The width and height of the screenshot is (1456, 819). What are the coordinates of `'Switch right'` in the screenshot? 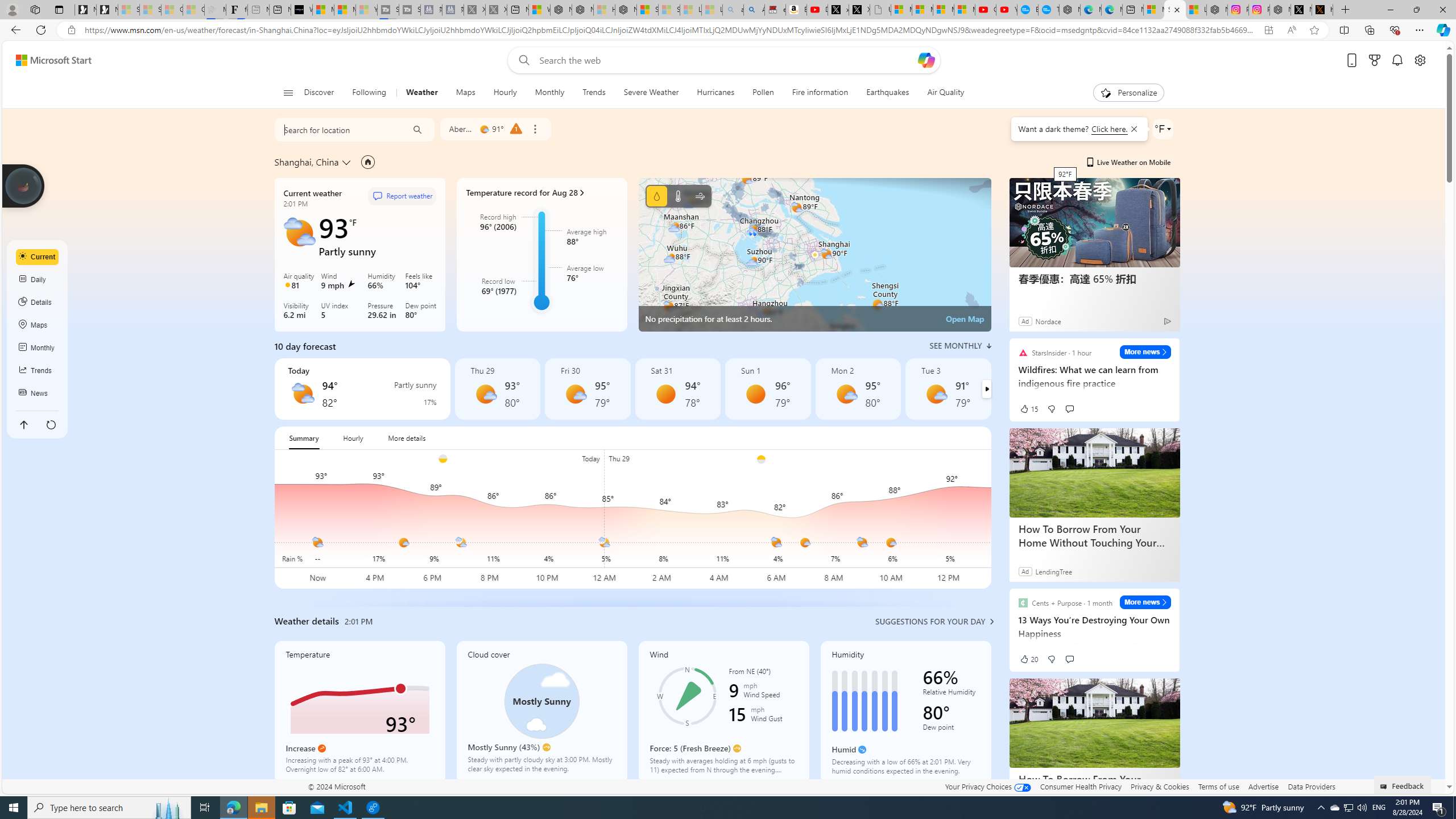 It's located at (986, 388).